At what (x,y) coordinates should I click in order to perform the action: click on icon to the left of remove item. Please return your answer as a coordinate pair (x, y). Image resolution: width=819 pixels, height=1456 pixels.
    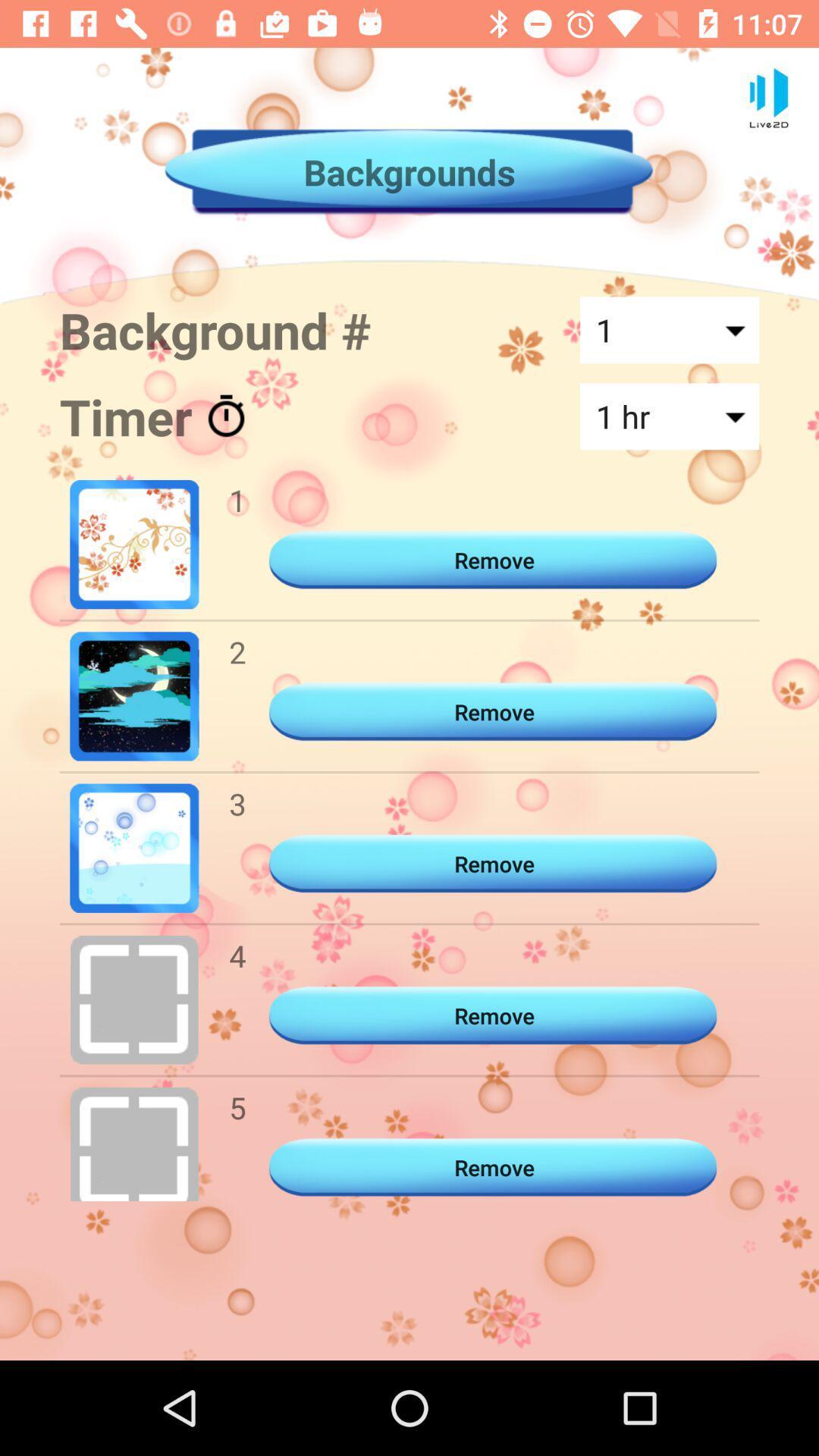
    Looking at the image, I should click on (237, 955).